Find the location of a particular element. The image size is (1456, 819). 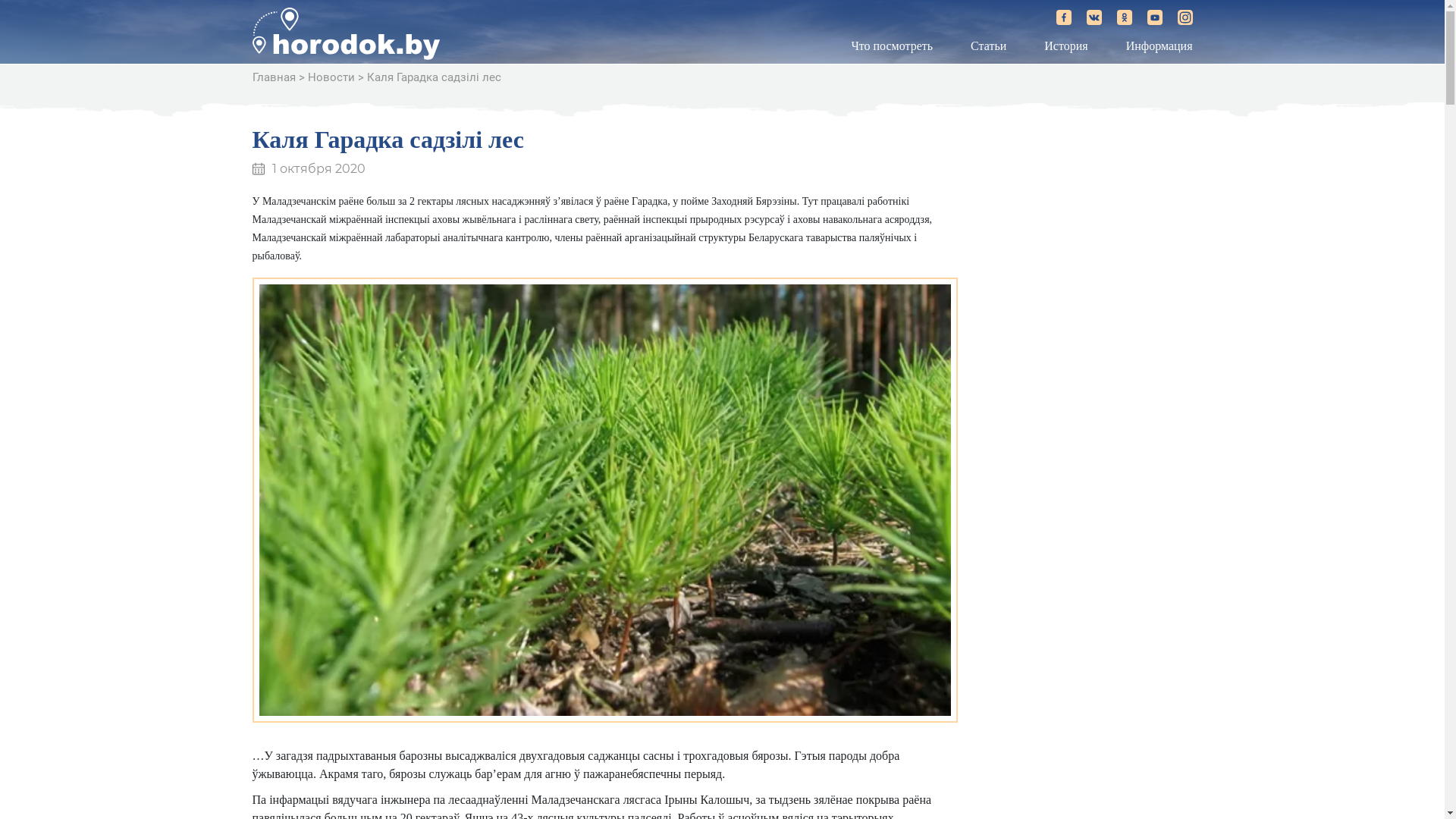

'horodok.by on Facebook' is located at coordinates (1055, 17).